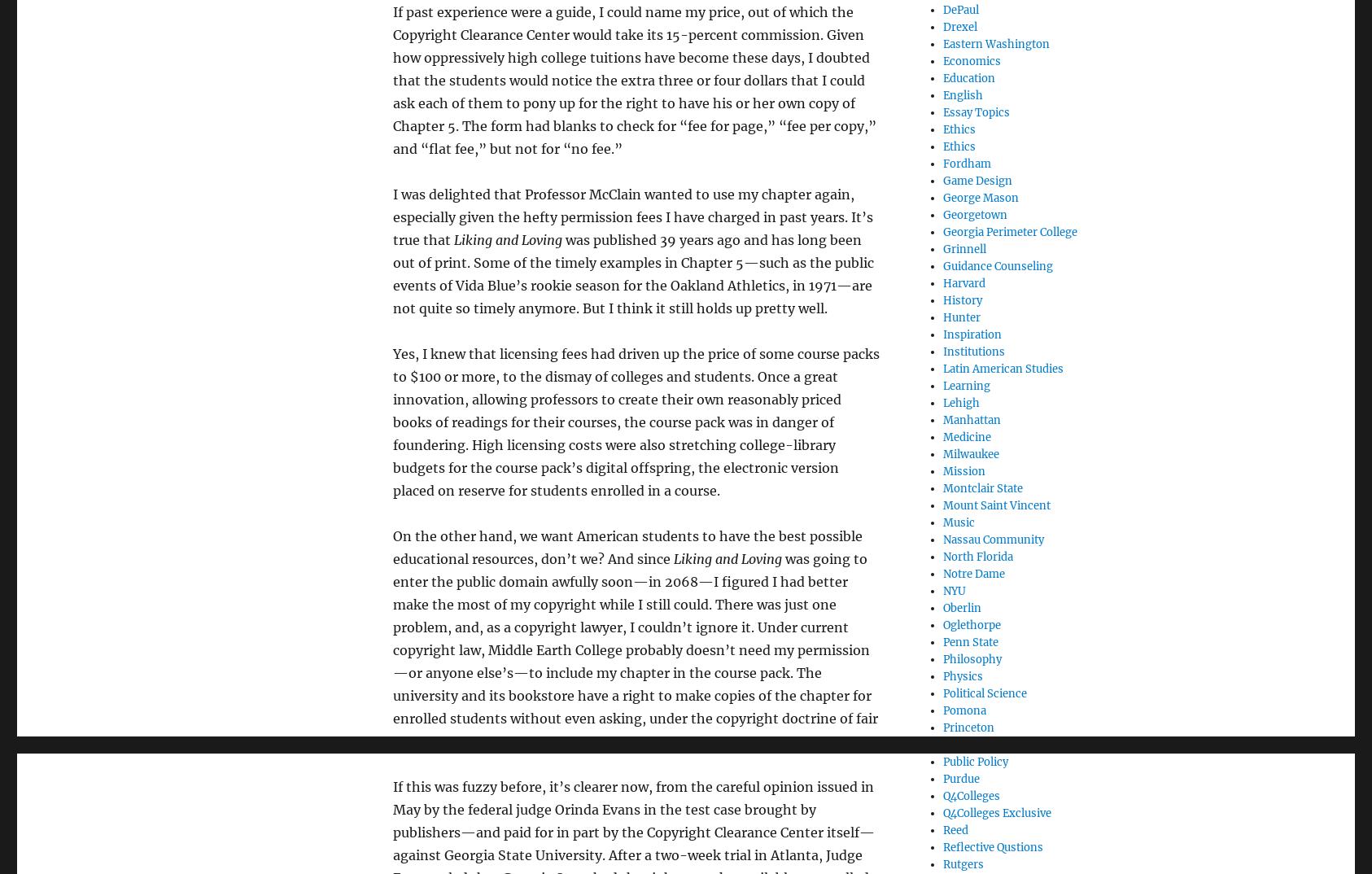 The image size is (1372, 874). What do you see at coordinates (963, 709) in the screenshot?
I see `'Pomona'` at bounding box center [963, 709].